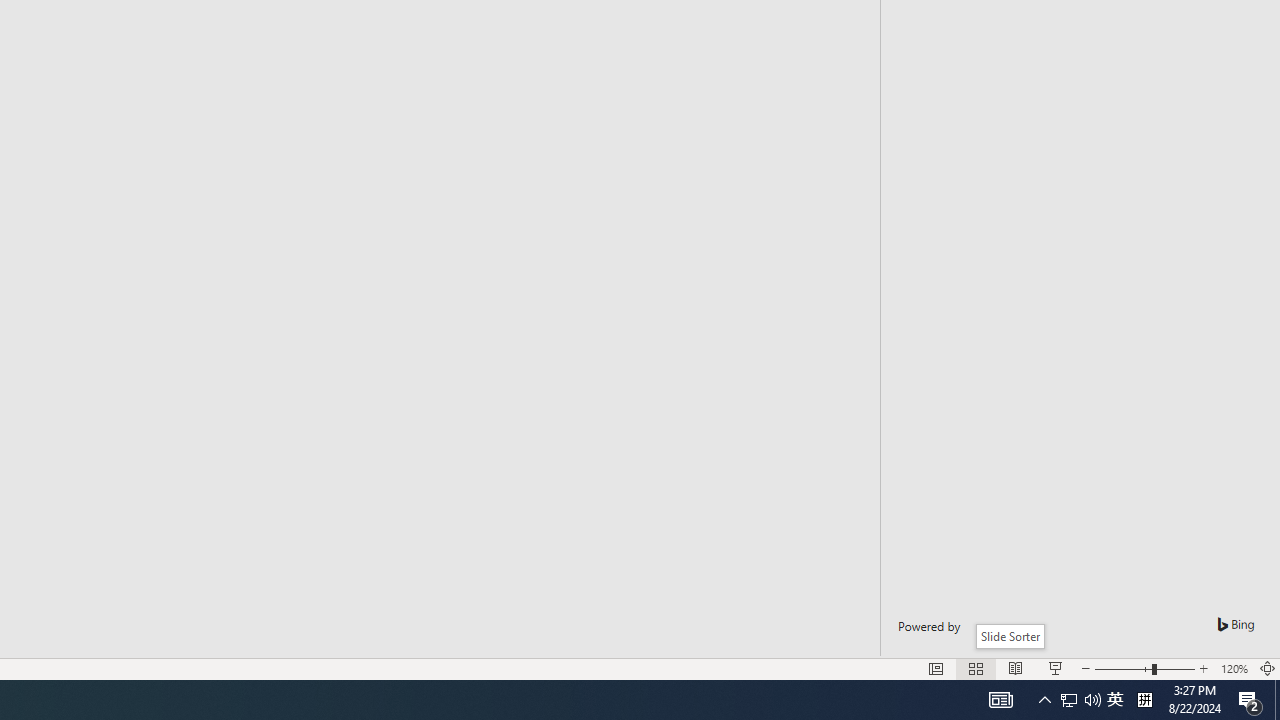  What do you see at coordinates (935, 669) in the screenshot?
I see `'Normal'` at bounding box center [935, 669].